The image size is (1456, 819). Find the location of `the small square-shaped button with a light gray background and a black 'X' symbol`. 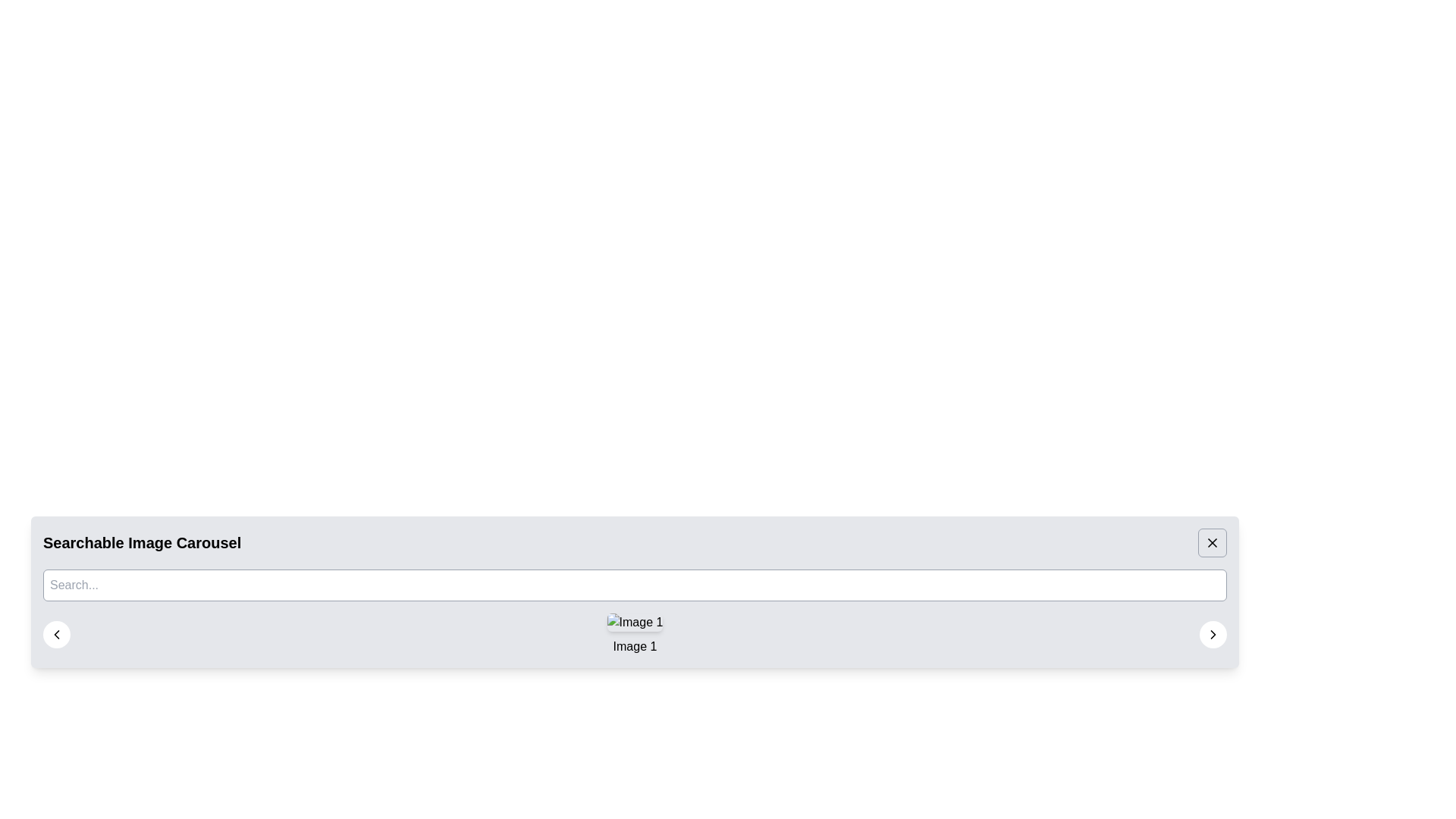

the small square-shaped button with a light gray background and a black 'X' symbol is located at coordinates (1211, 542).